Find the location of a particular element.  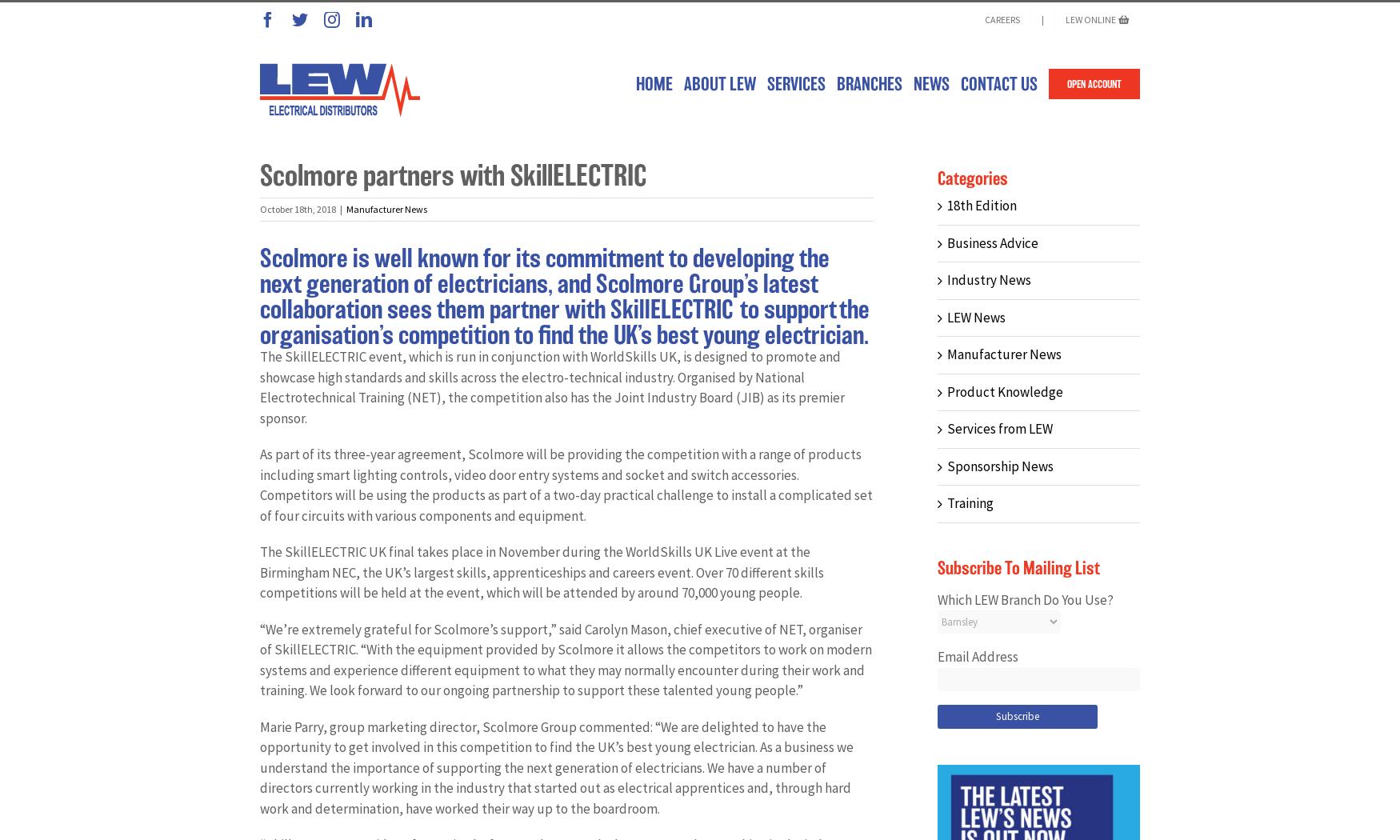

'HOME' is located at coordinates (654, 85).